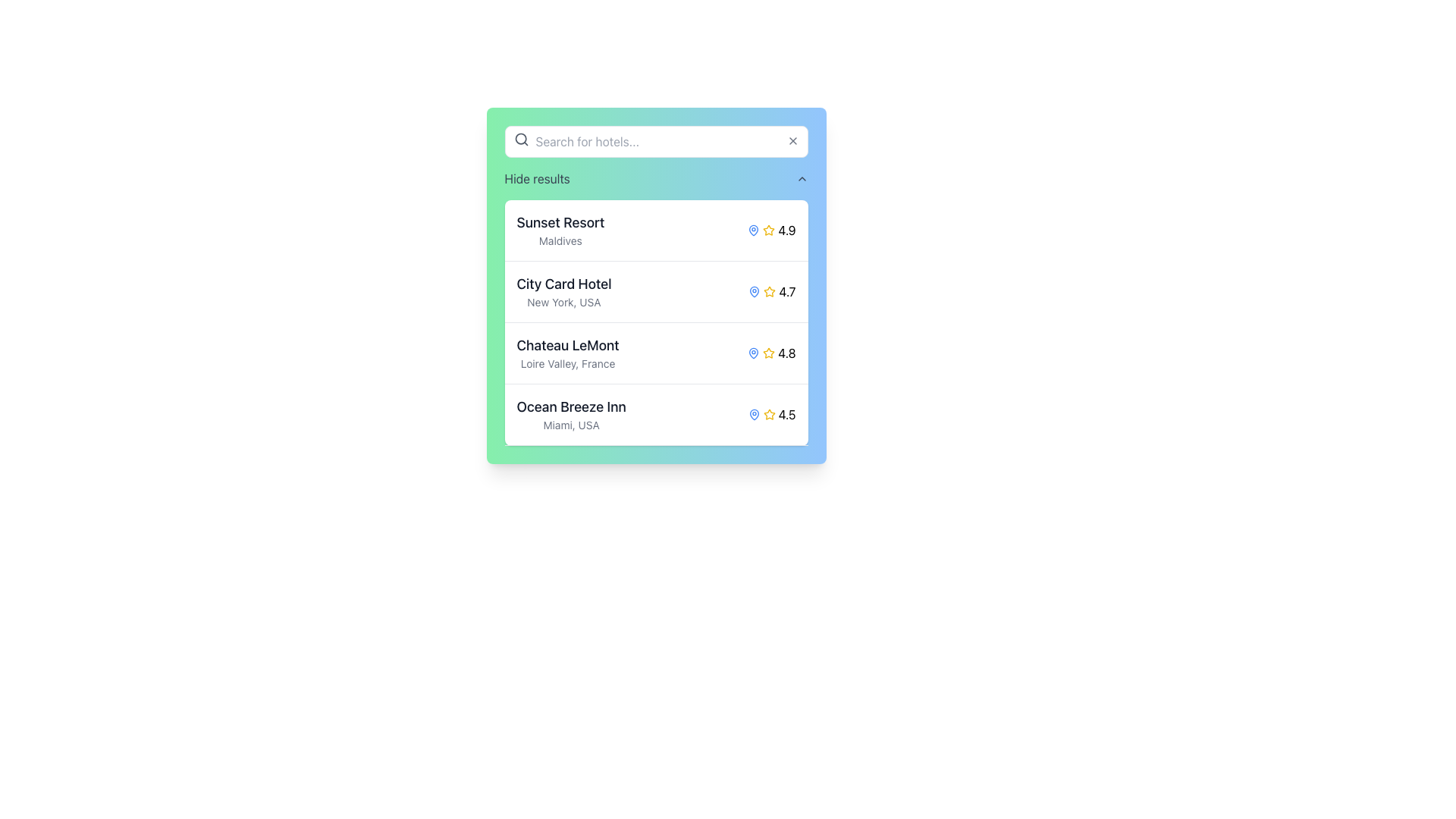 This screenshot has width=1456, height=819. What do you see at coordinates (771, 415) in the screenshot?
I see `the numeric text component displaying the rating '4.5' with accompanying star and location pin icons, located at the bottom right corner of the card for 'Ocean Breeze Inn'` at bounding box center [771, 415].